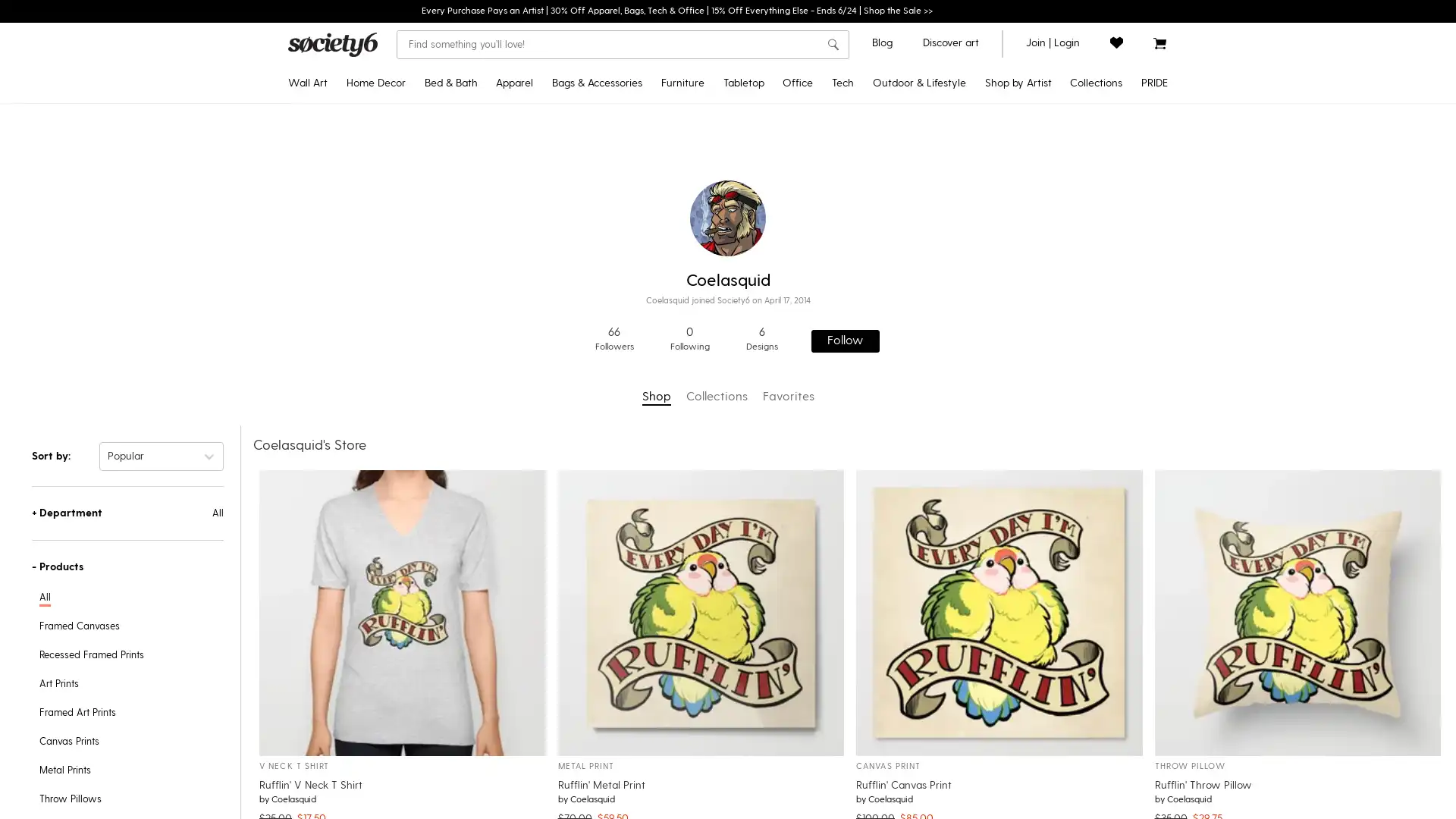 The height and width of the screenshot is (819, 1456). I want to click on 2022 Home Decor Guide, so click(1040, 171).